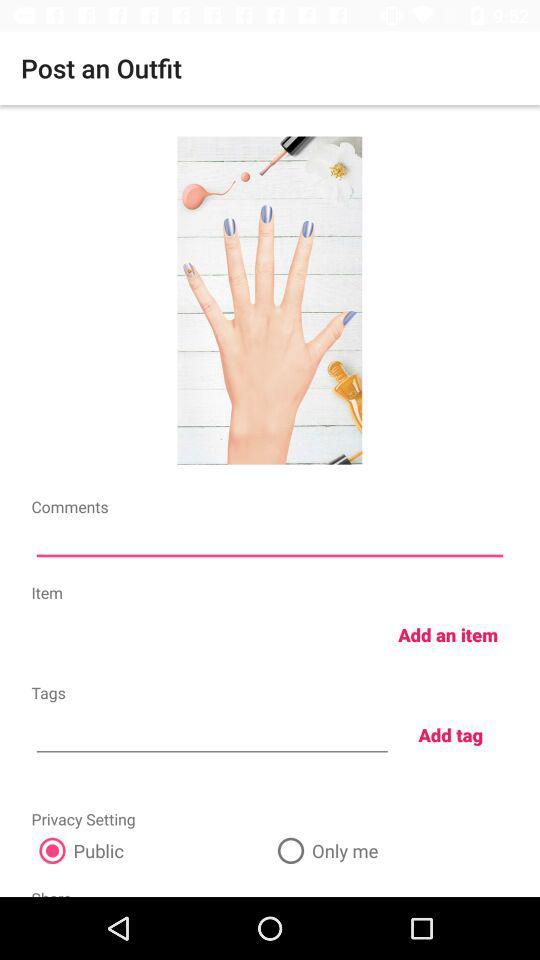 Image resolution: width=540 pixels, height=960 pixels. Describe the element at coordinates (270, 541) in the screenshot. I see `coments in box` at that location.